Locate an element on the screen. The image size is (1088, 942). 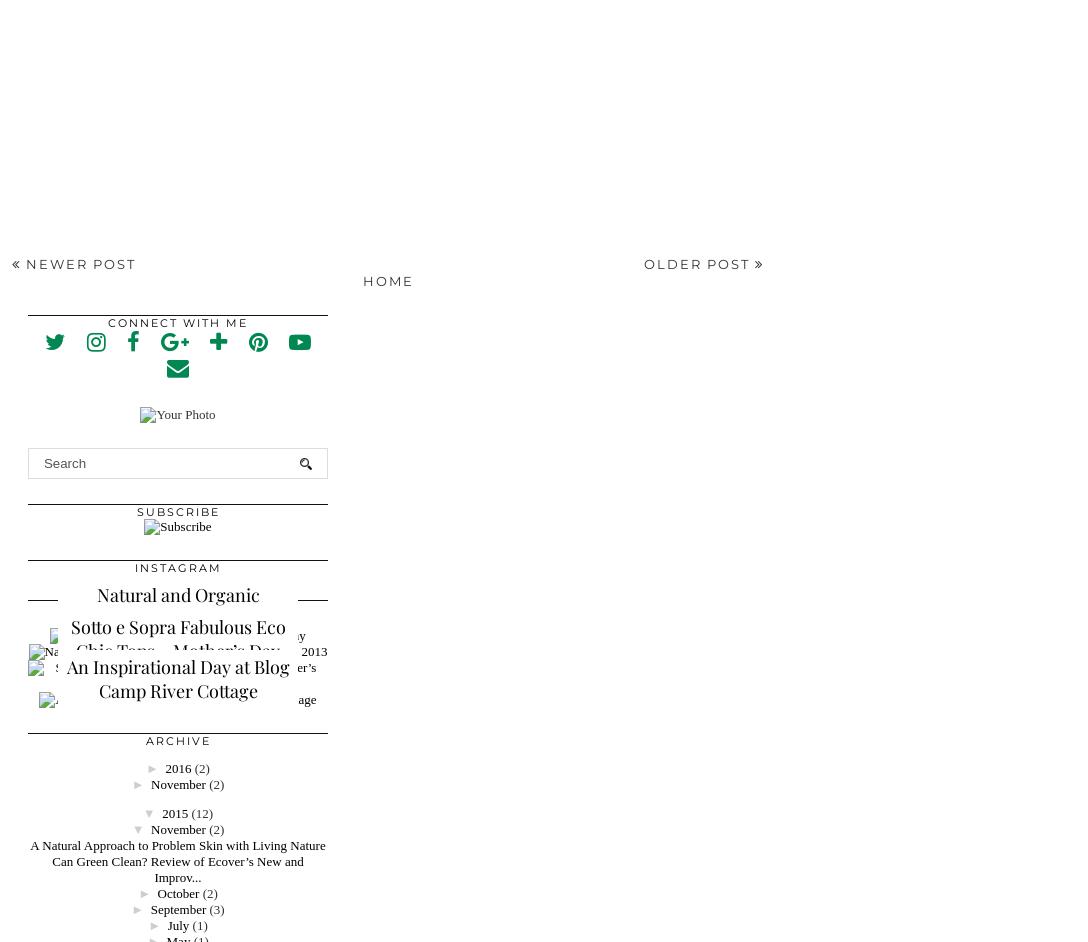
'Archive' is located at coordinates (176, 739).